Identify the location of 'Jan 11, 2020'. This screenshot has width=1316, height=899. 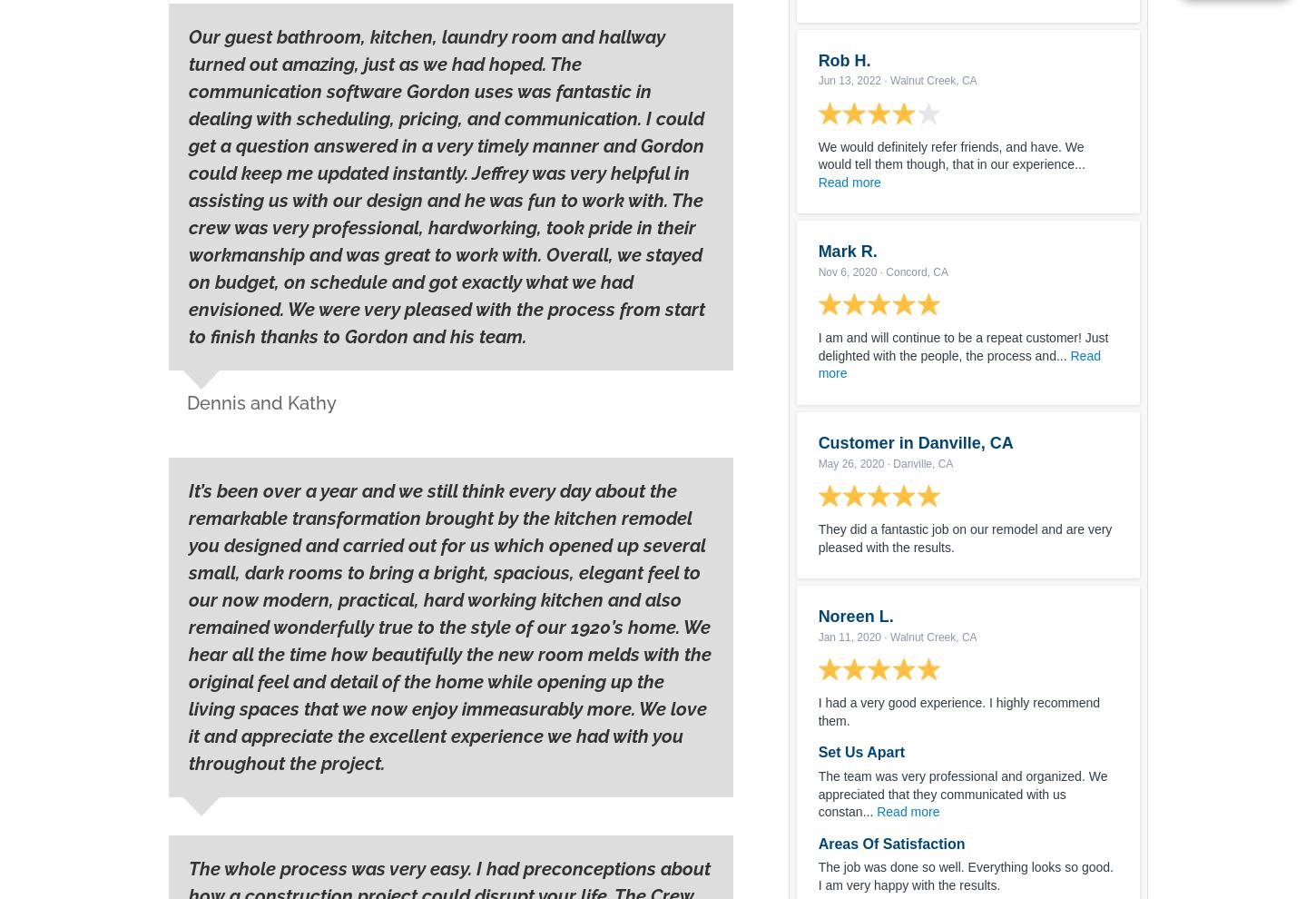
(817, 636).